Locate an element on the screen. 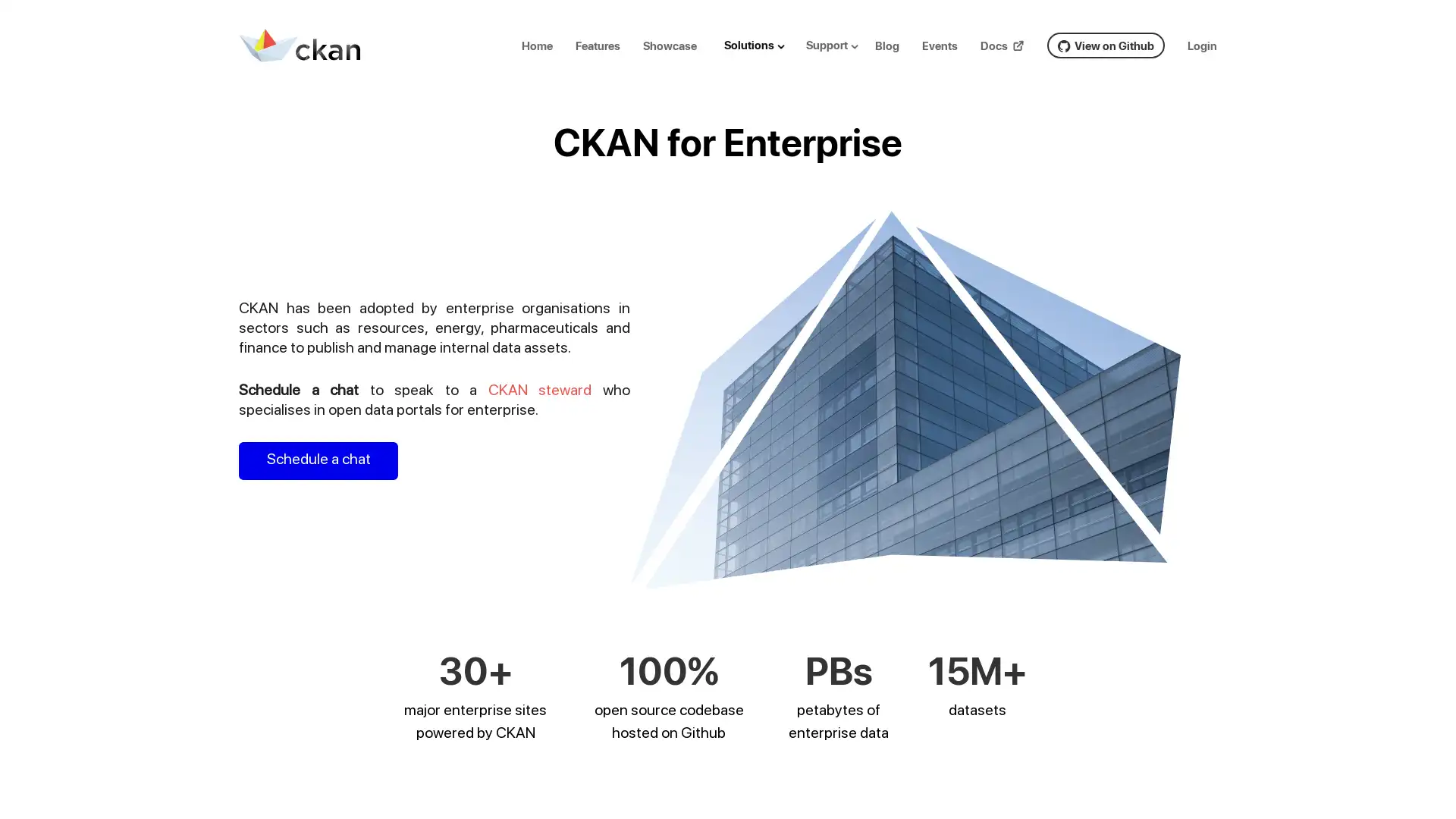 The height and width of the screenshot is (819, 1456). Support is located at coordinates (837, 44).